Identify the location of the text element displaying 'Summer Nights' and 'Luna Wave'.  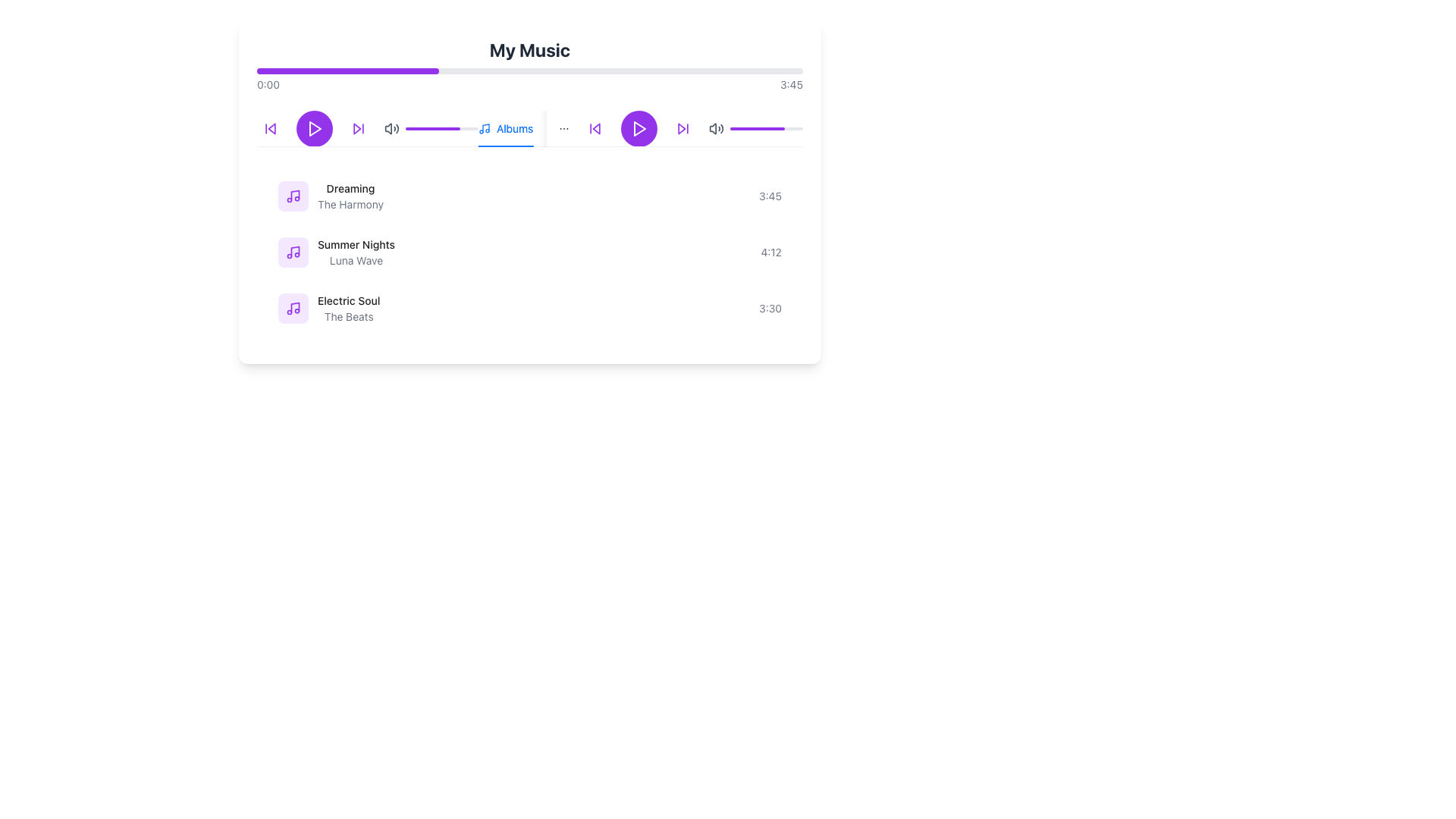
(356, 251).